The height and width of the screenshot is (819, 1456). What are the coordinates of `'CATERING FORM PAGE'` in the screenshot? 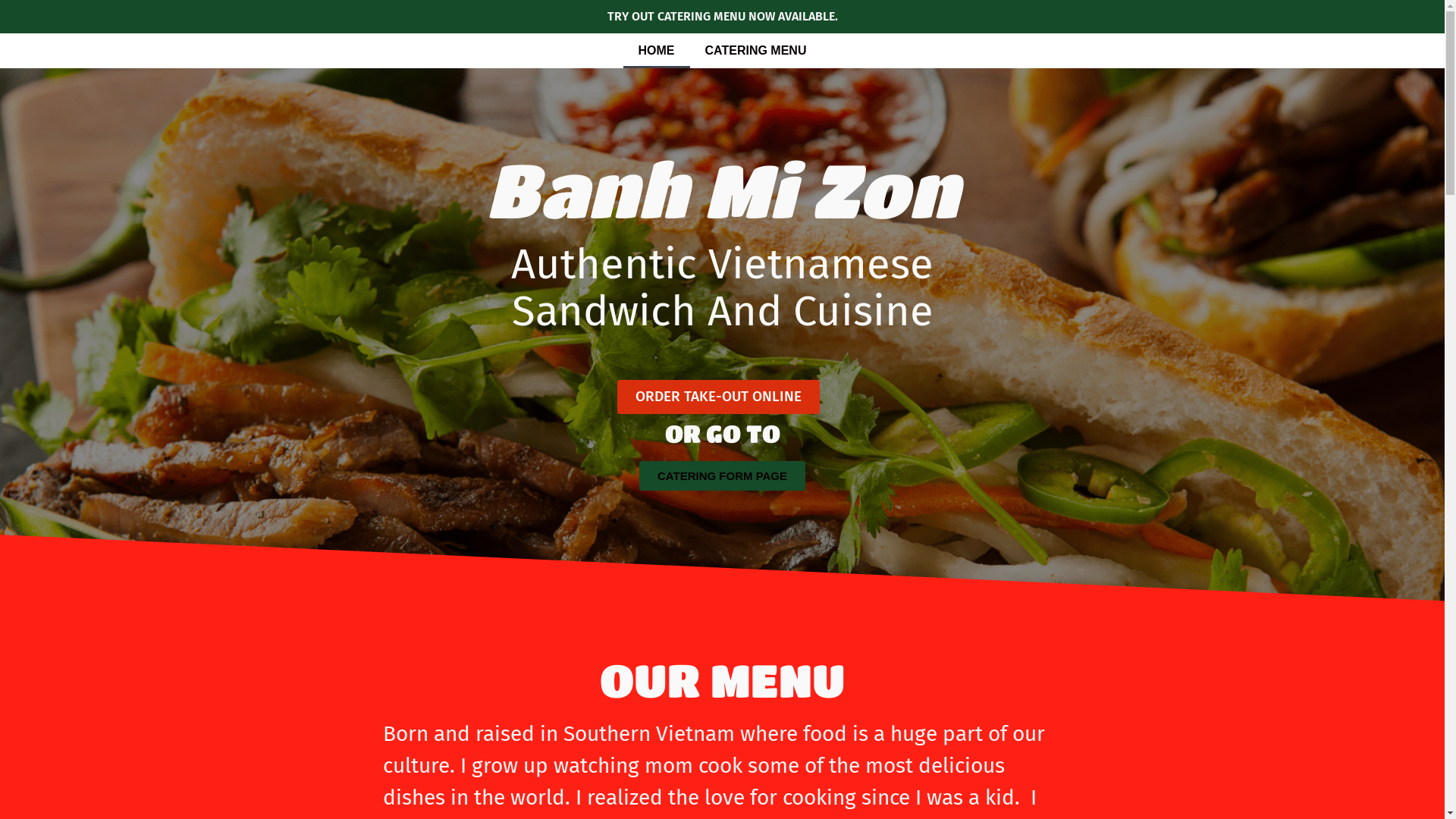 It's located at (639, 475).